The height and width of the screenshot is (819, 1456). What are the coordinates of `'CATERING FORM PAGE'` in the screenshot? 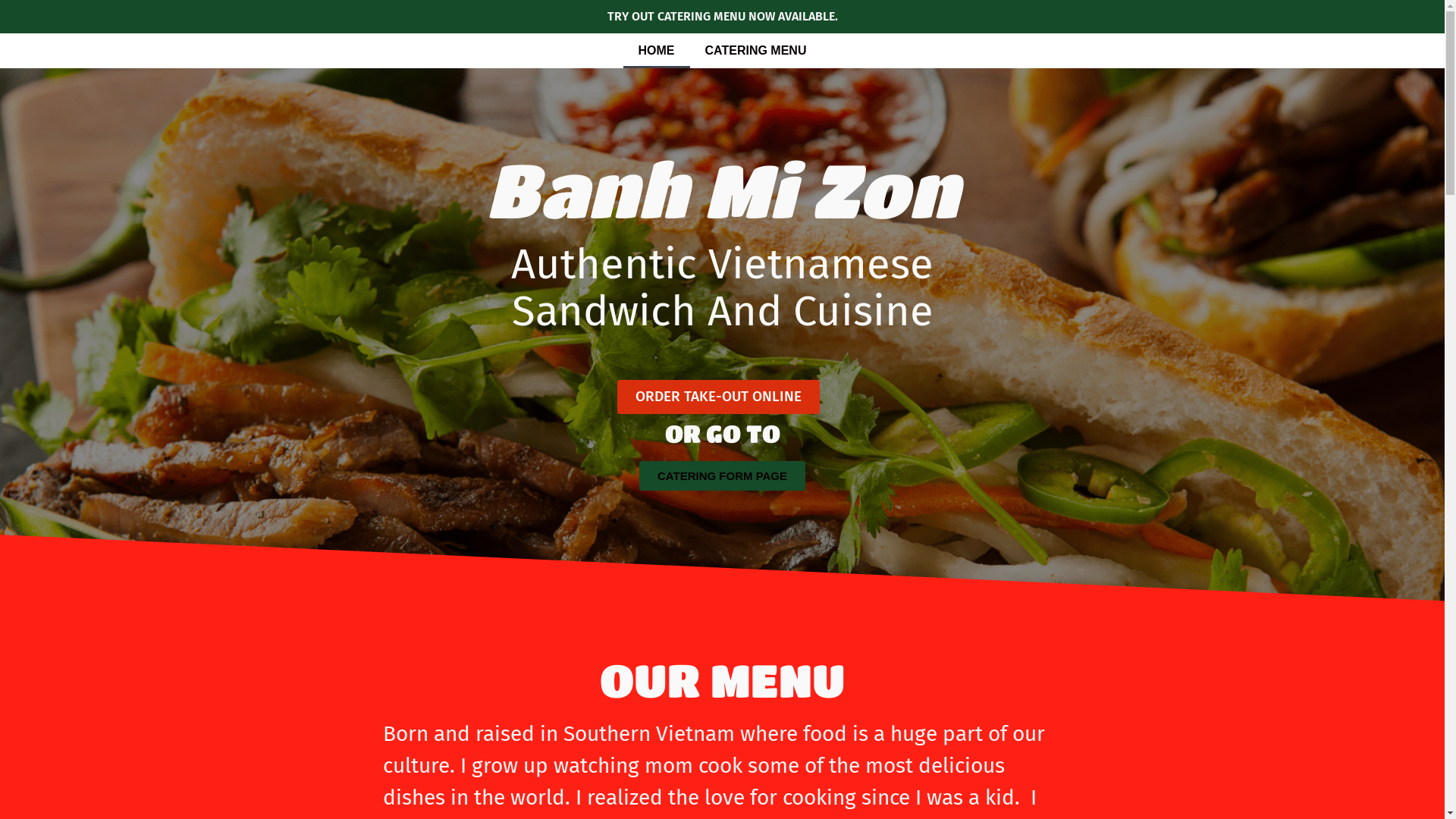 It's located at (639, 475).